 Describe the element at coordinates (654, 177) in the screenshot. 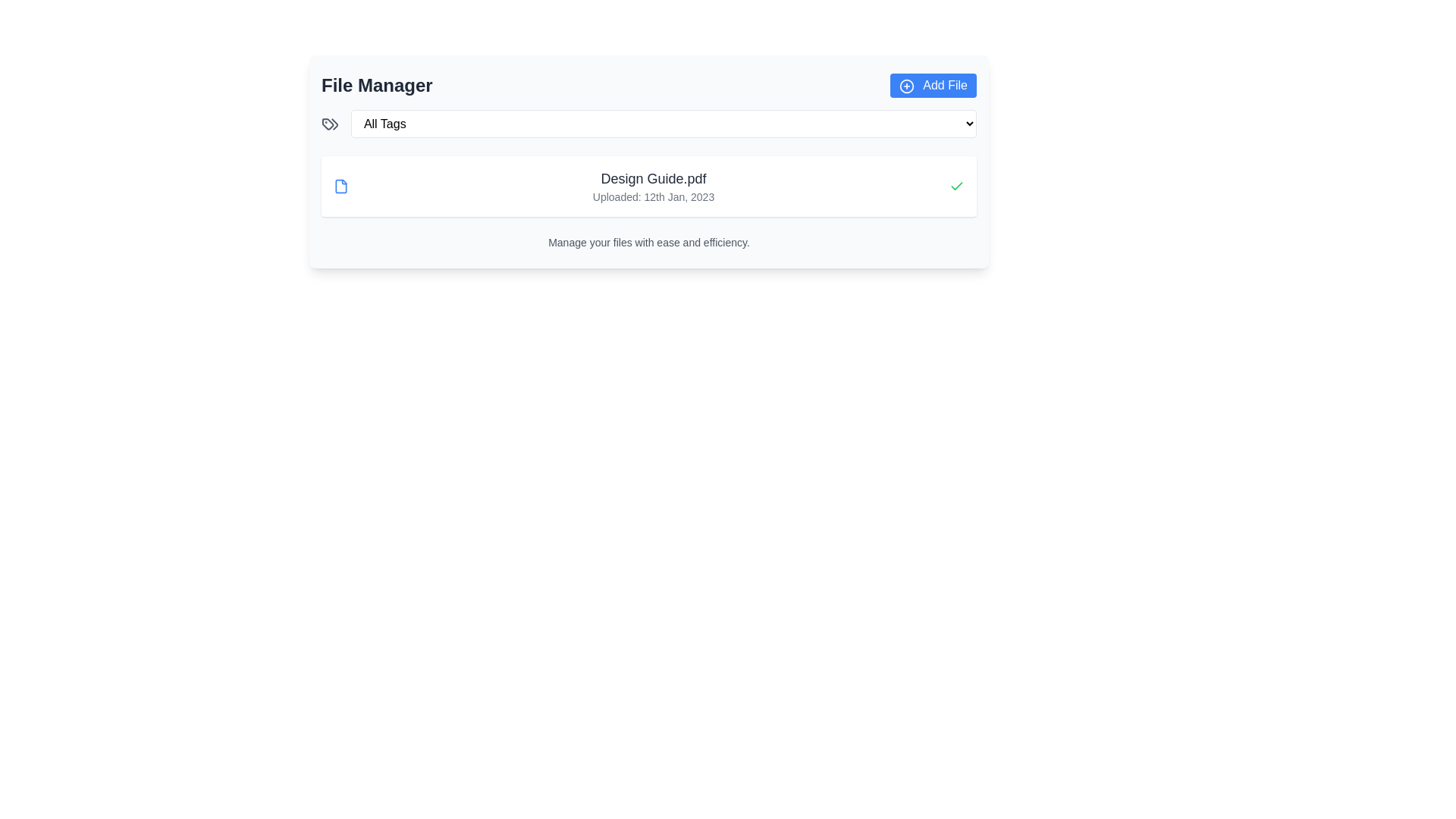

I see `the static text label displaying the file name 'Design Guide.pdf', which is visually distinct with bold styling and a gray color scheme, located within the file management interface` at that location.